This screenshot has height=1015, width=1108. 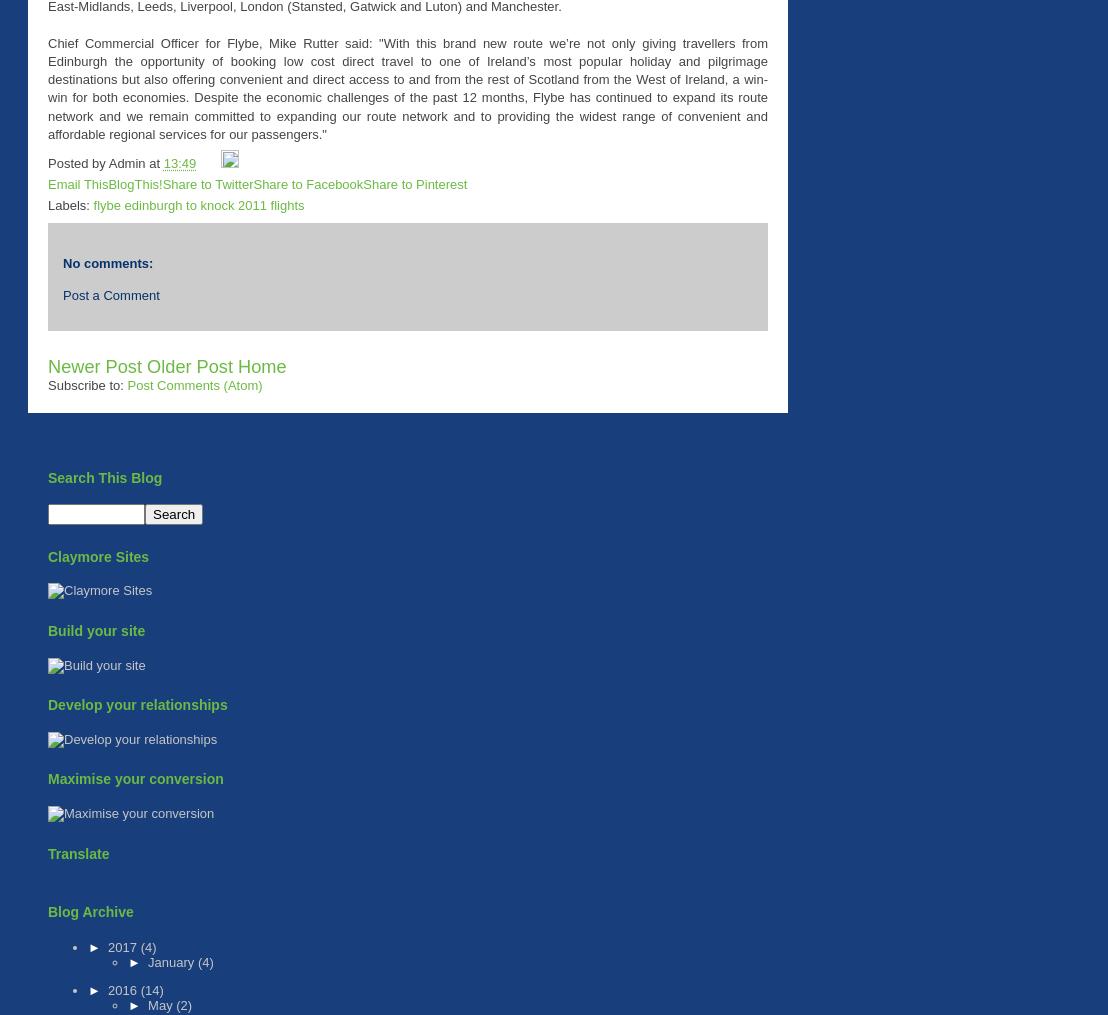 I want to click on 'Translate', so click(x=77, y=853).